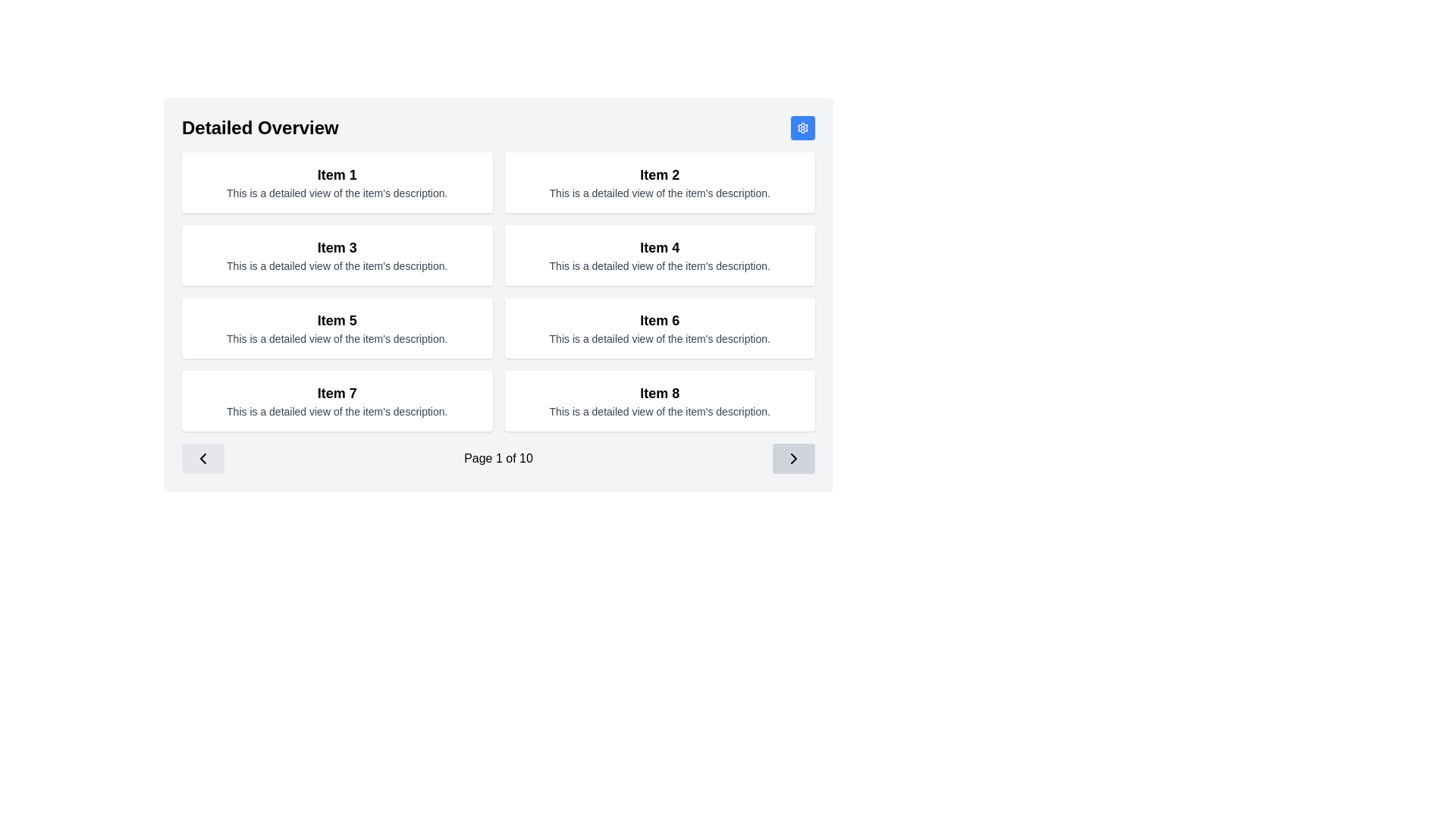  Describe the element at coordinates (660, 254) in the screenshot. I see `the display card that presents the title 'Item 4' and its descriptive text, located in the second row and second column of the grid layout` at that location.